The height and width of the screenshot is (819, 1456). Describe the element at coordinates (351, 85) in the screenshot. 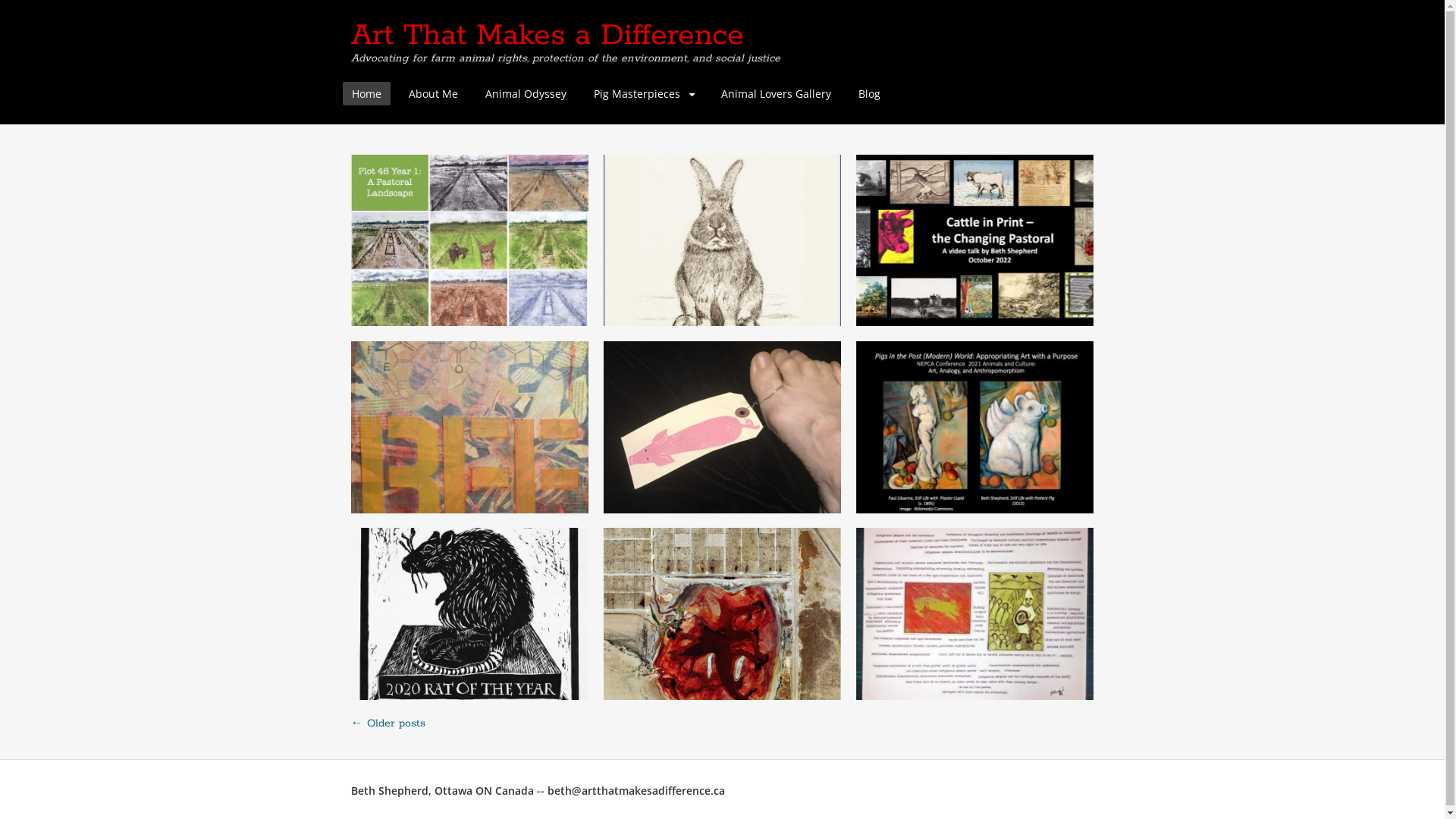

I see `'Skip to content'` at that location.